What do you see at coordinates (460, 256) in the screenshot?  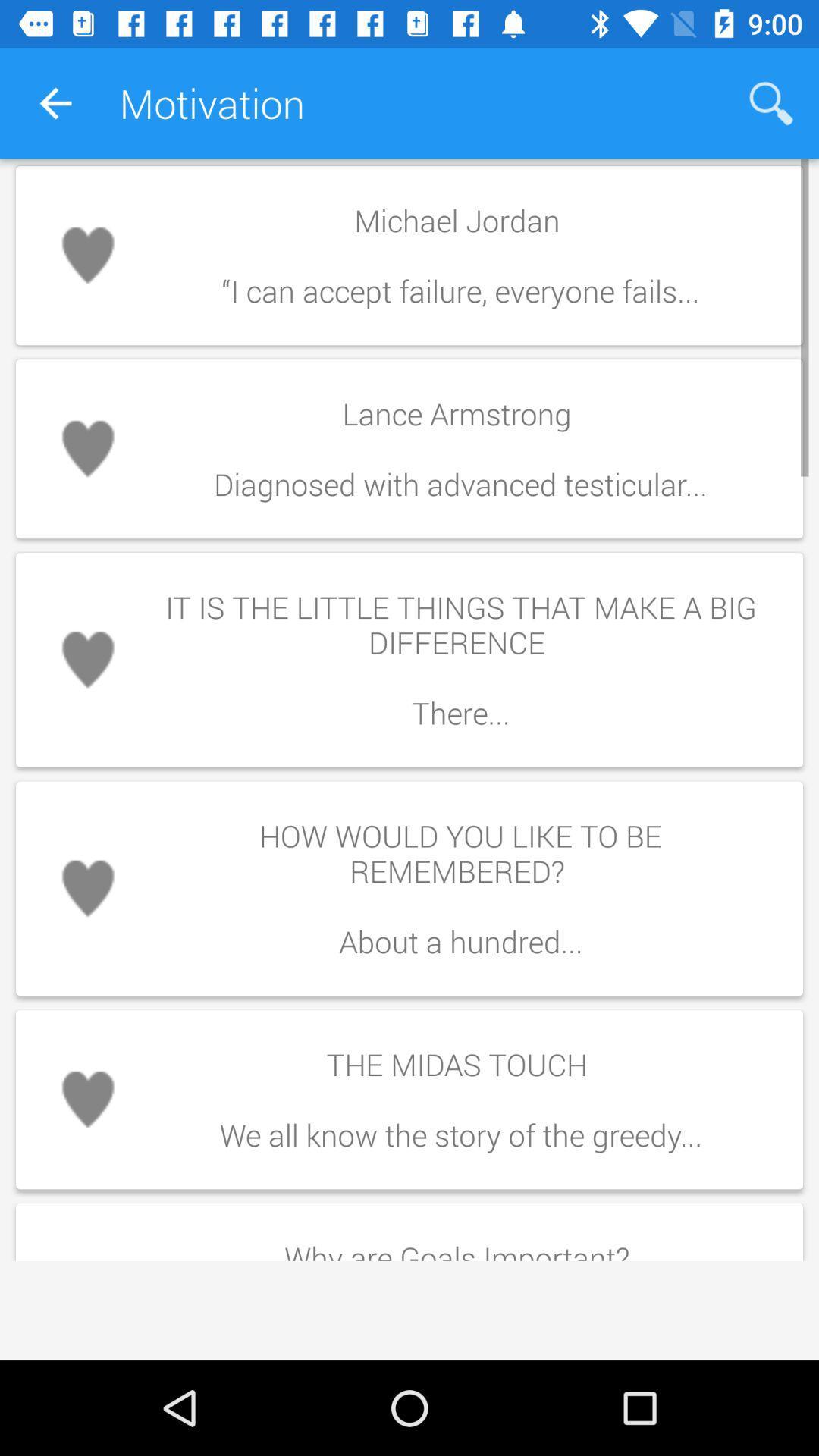 I see `michael jordan  icon` at bounding box center [460, 256].